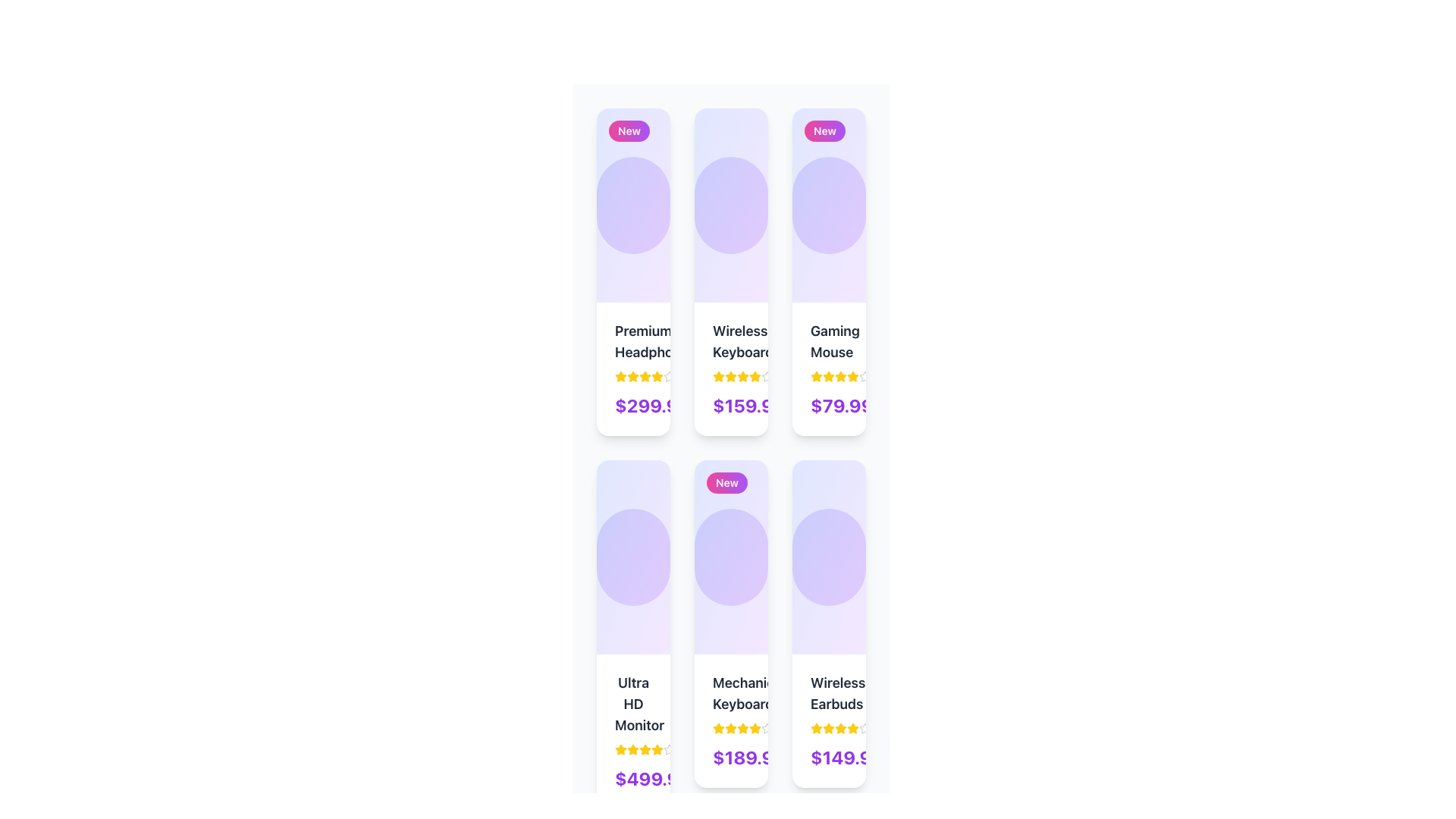 Image resolution: width=1456 pixels, height=819 pixels. What do you see at coordinates (731, 693) in the screenshot?
I see `the text label that serves as the title for the product, located centrally in the lower portion of the second card in the bottom row of the grid layout` at bounding box center [731, 693].